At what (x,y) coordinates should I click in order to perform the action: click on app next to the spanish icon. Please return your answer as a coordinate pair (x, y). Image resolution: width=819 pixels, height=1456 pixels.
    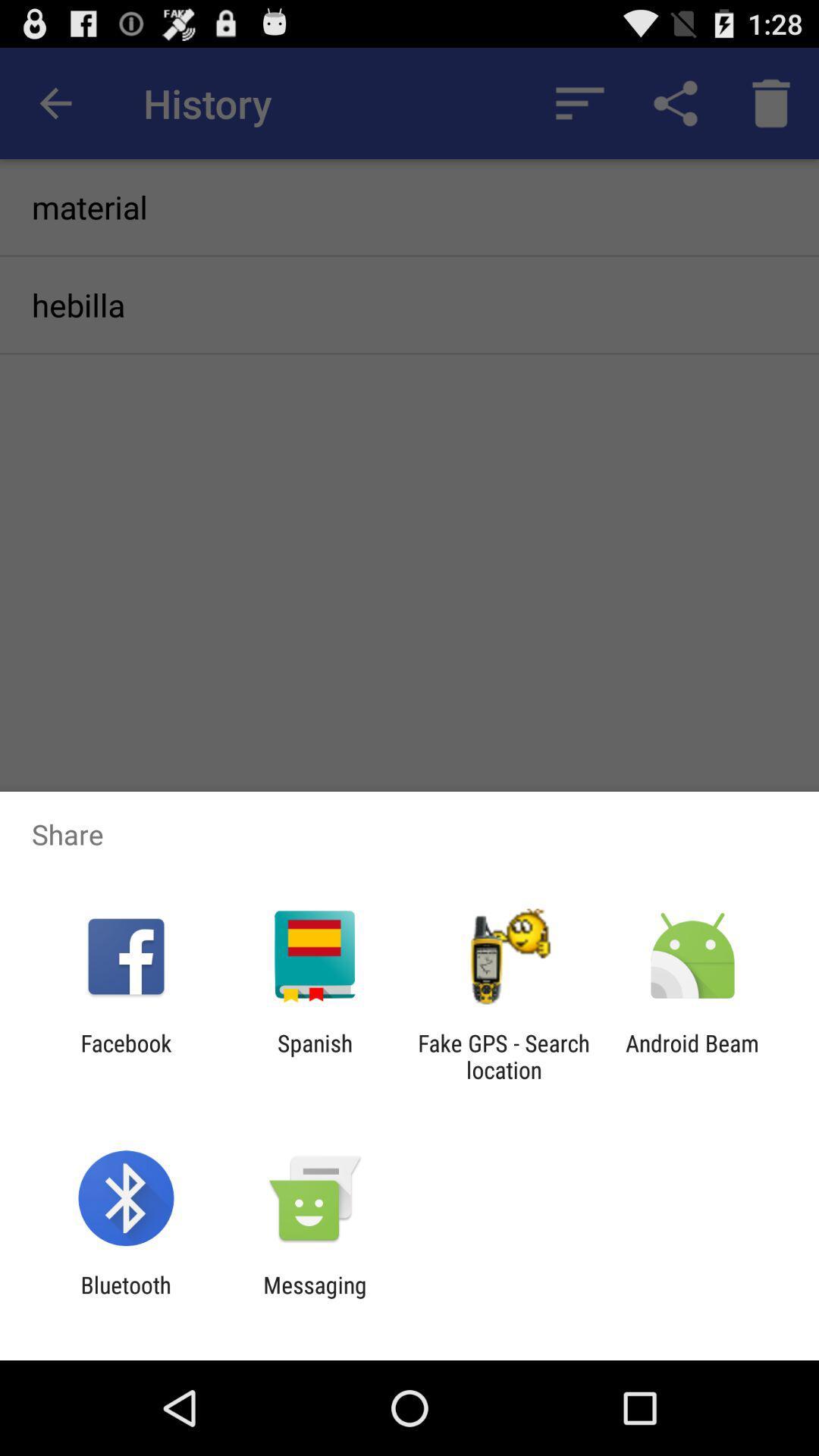
    Looking at the image, I should click on (504, 1056).